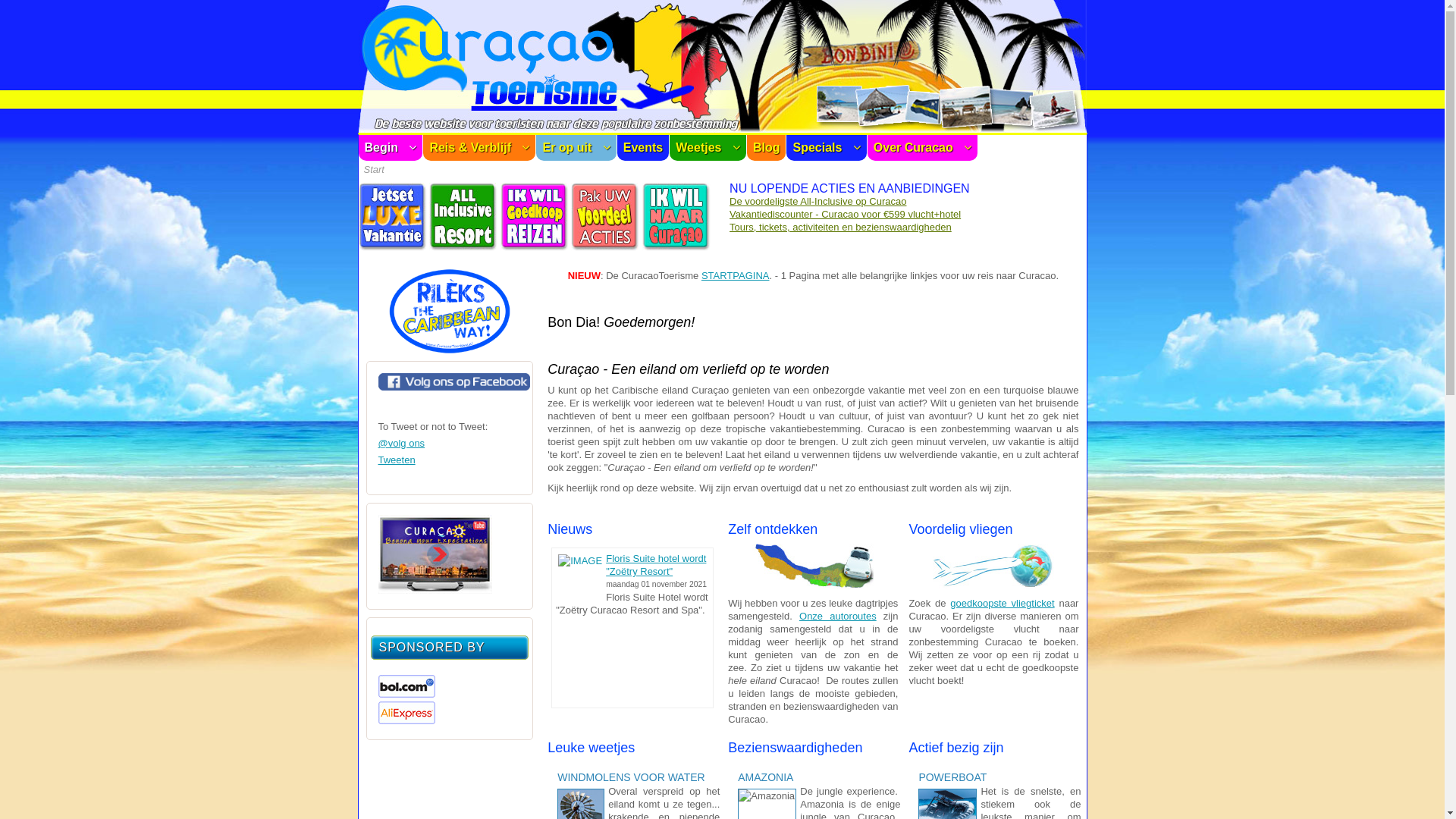 The height and width of the screenshot is (819, 1456). I want to click on 'Onze autoroutes', so click(836, 616).